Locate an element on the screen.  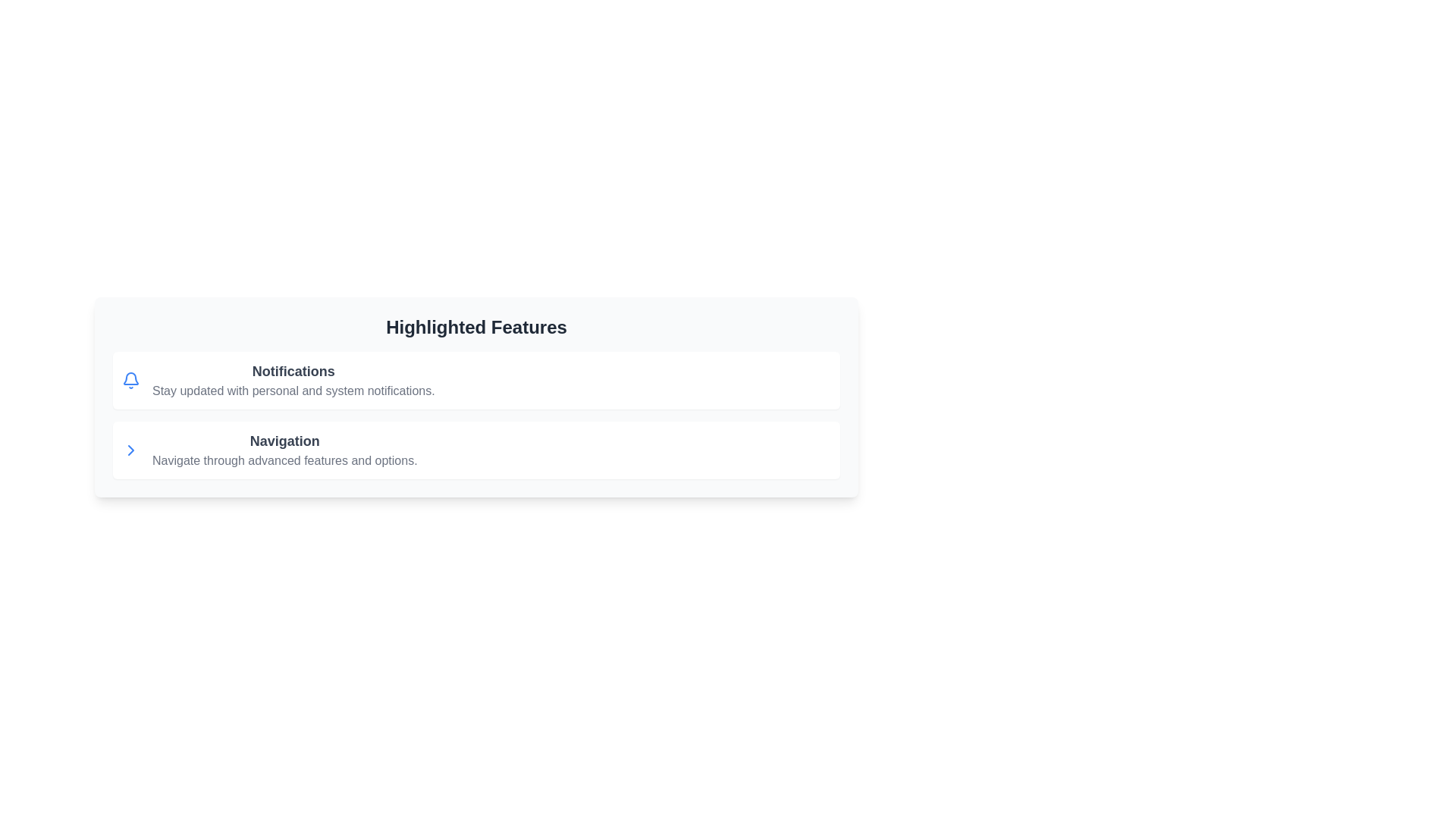
the 'Notifications' text label, which features a bold gray heading and lighter gray subtext, located under 'Highlighted Features' with a bell icon to the left is located at coordinates (293, 379).